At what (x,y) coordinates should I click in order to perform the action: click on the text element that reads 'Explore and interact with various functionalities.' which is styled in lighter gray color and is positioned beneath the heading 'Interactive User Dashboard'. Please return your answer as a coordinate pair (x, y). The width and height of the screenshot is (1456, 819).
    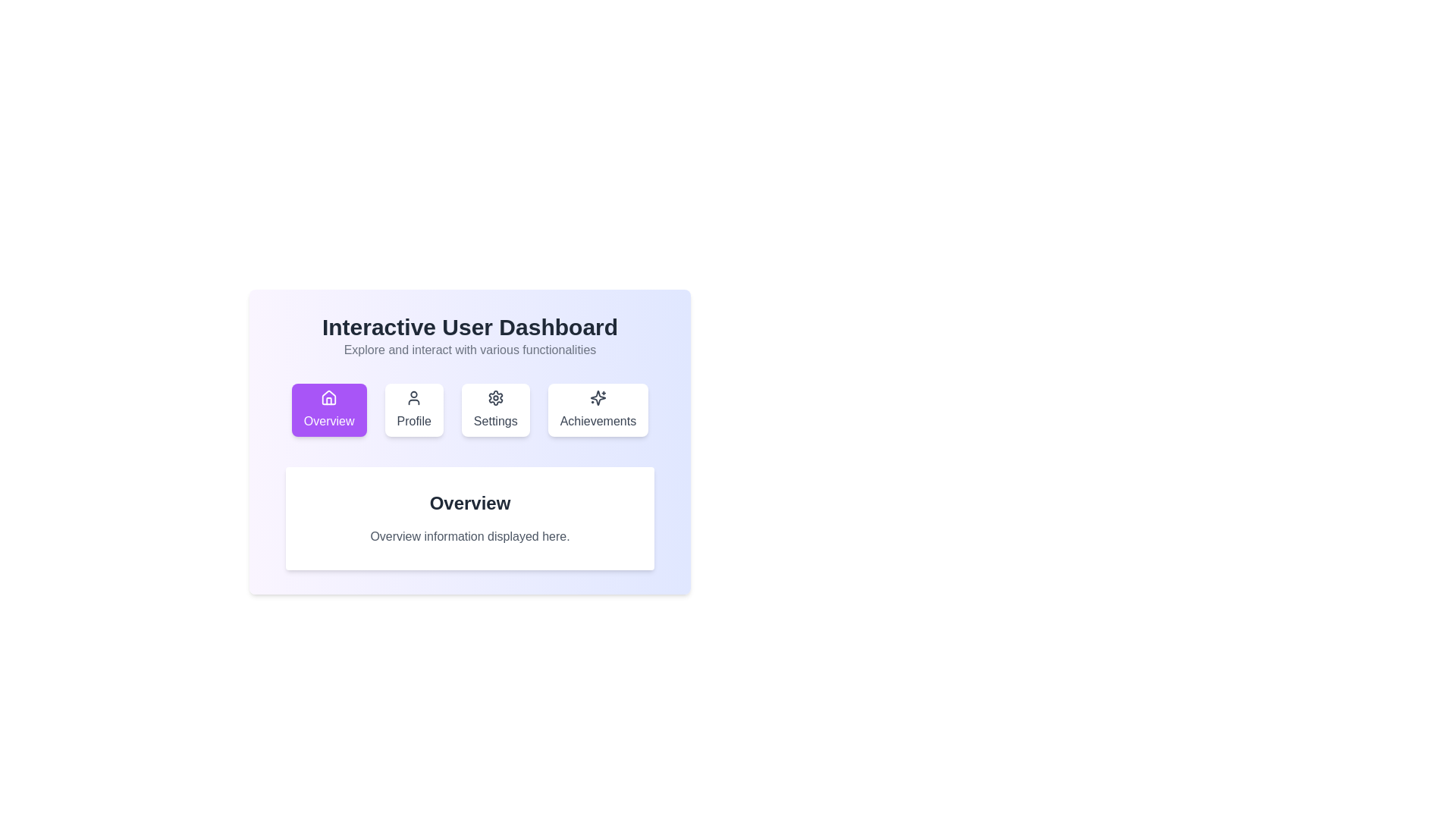
    Looking at the image, I should click on (469, 350).